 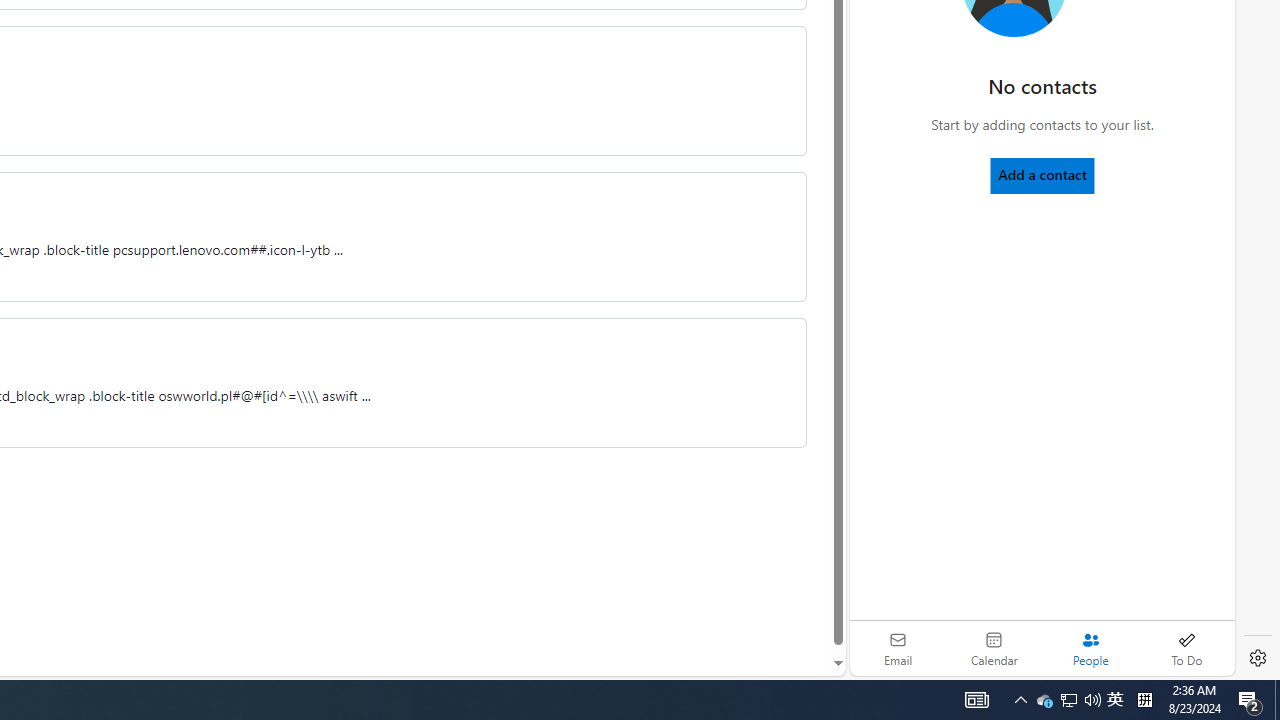 What do you see at coordinates (1040, 174) in the screenshot?
I see `'Add a contact'` at bounding box center [1040, 174].